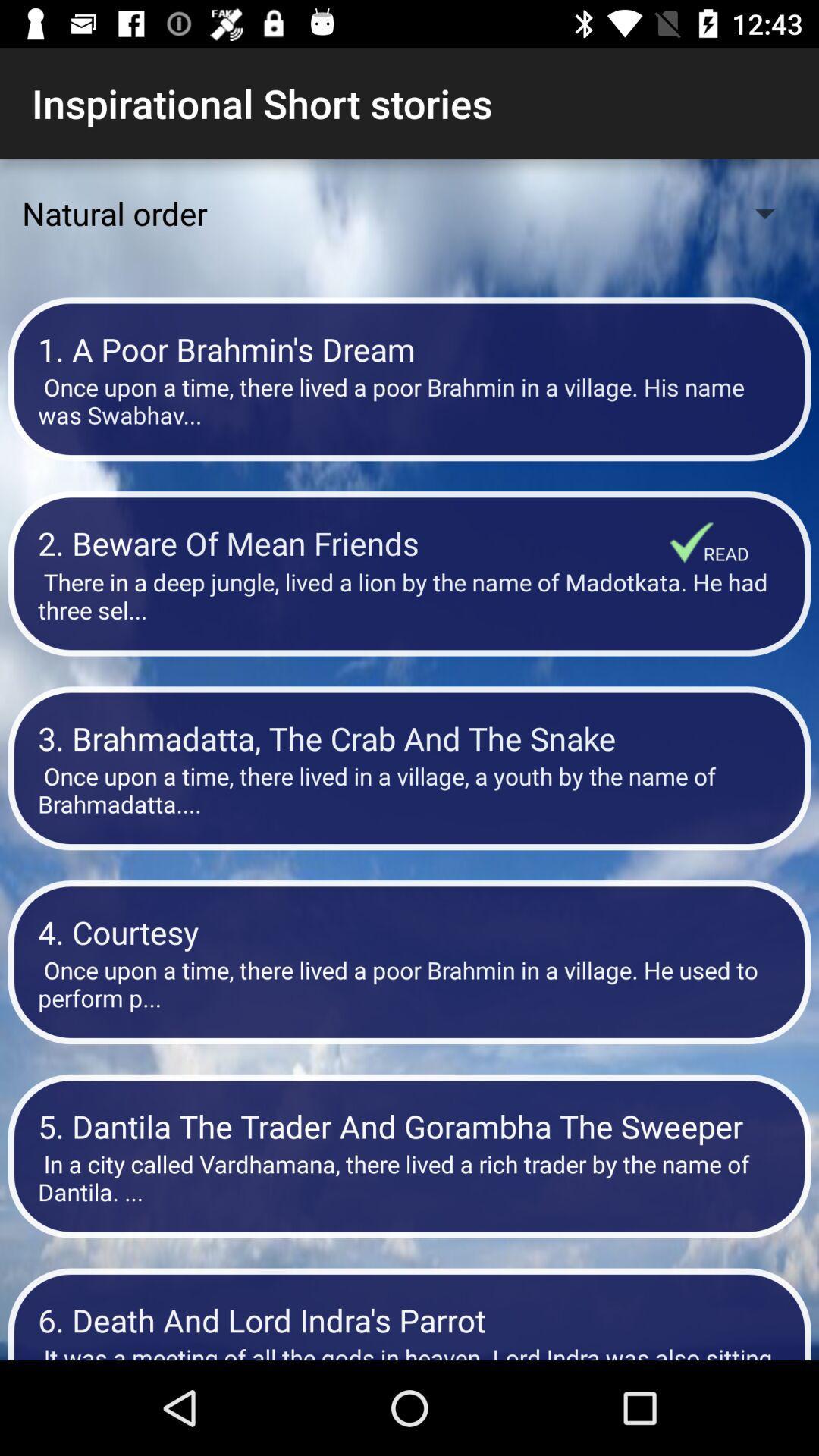 The width and height of the screenshot is (819, 1456). Describe the element at coordinates (354, 543) in the screenshot. I see `2 beware of item` at that location.